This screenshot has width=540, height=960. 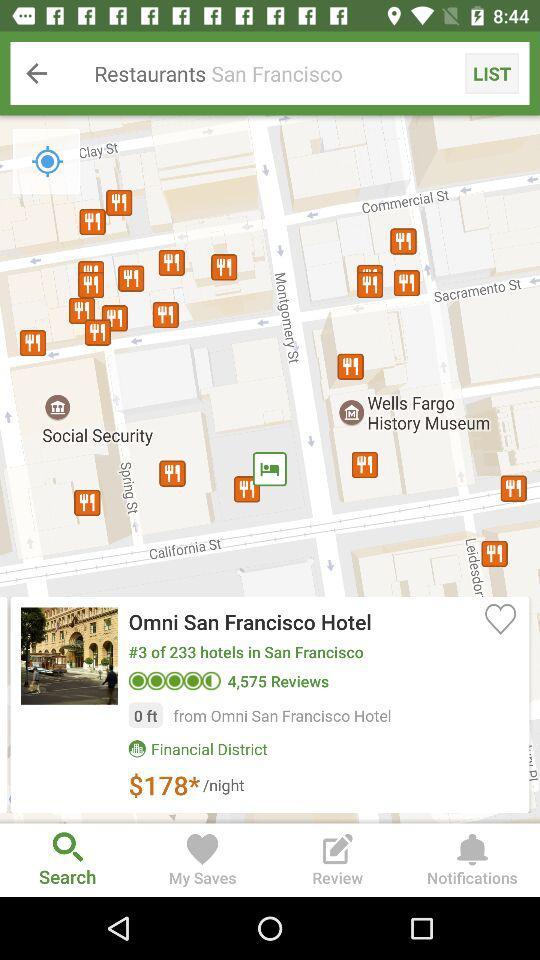 What do you see at coordinates (47, 160) in the screenshot?
I see `the location_crosshair icon` at bounding box center [47, 160].